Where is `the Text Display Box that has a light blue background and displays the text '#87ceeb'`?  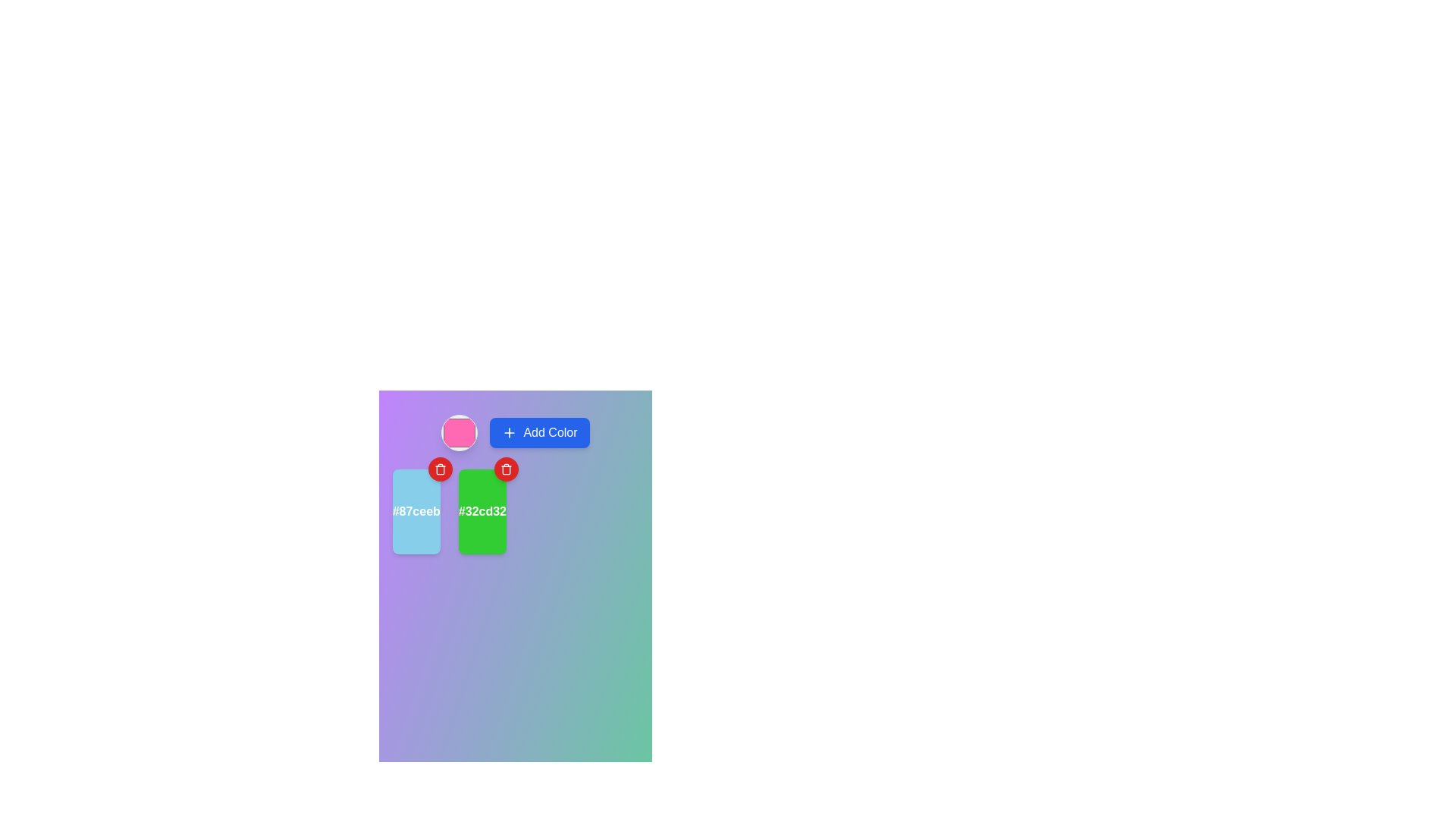
the Text Display Box that has a light blue background and displays the text '#87ceeb' is located at coordinates (416, 512).